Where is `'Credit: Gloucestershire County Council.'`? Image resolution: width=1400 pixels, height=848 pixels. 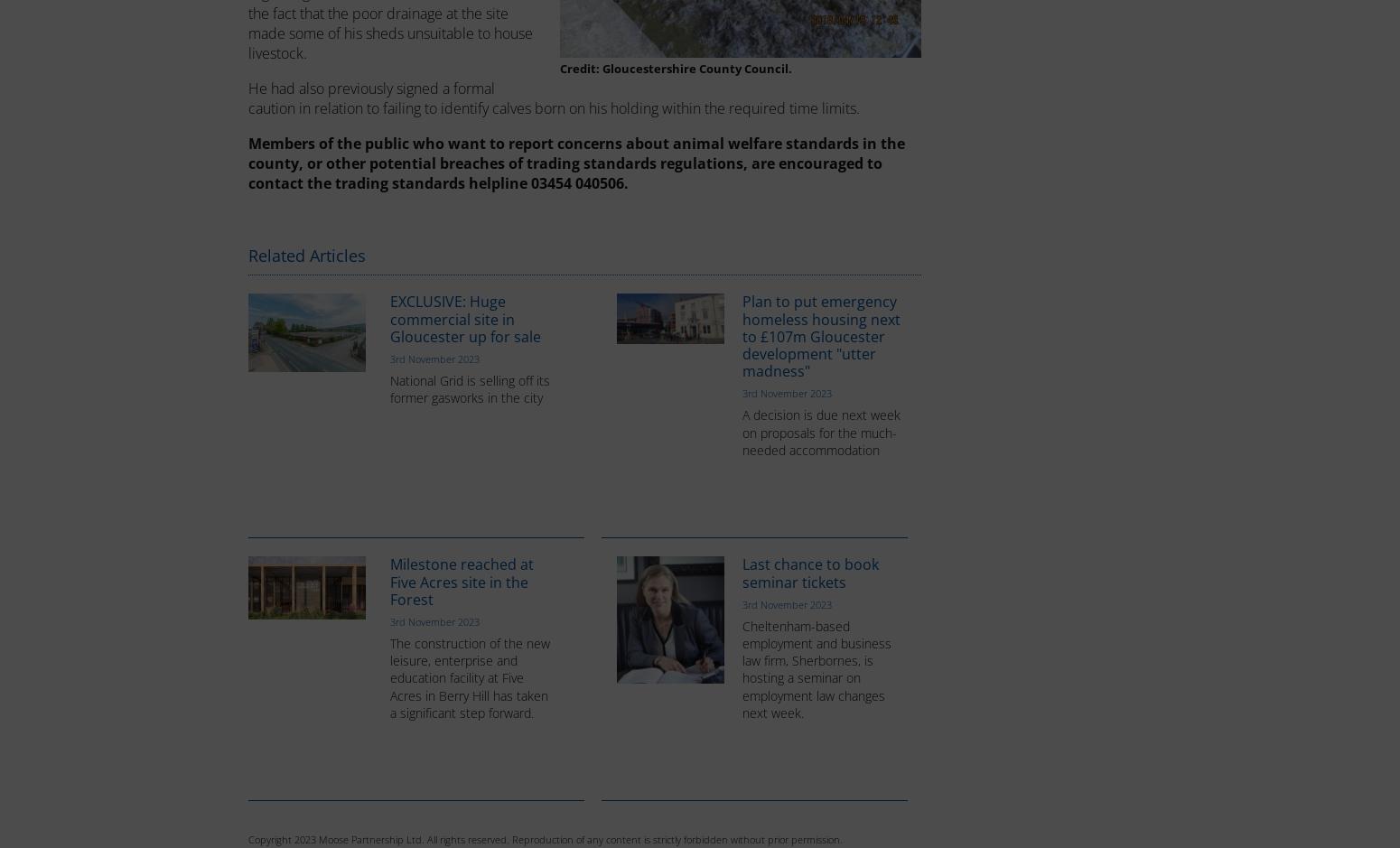 'Credit: Gloucestershire County Council.' is located at coordinates (675, 68).